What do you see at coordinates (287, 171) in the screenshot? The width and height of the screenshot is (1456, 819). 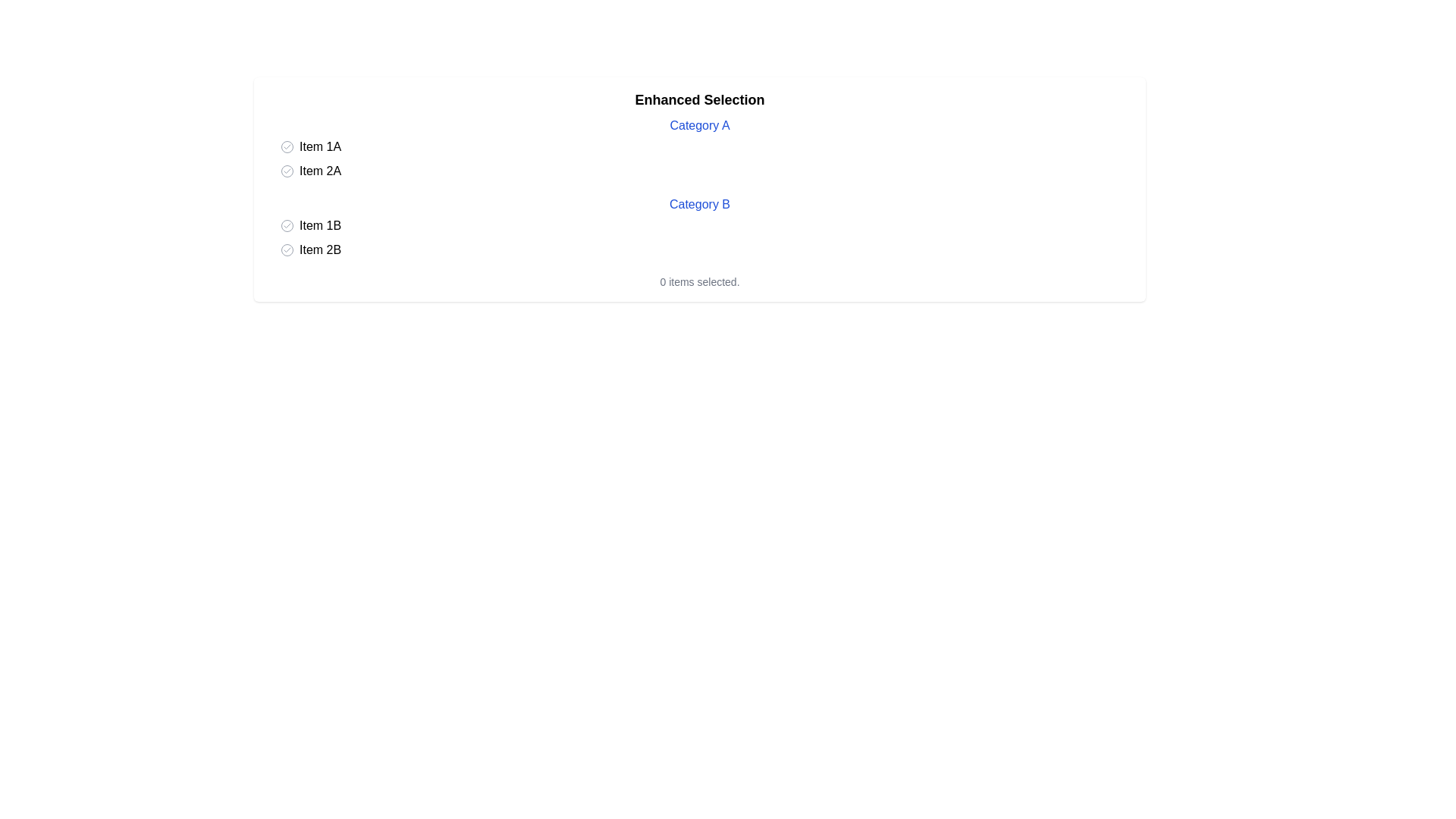 I see `the check icon within the circular checkbox for 'Item 2A'` at bounding box center [287, 171].